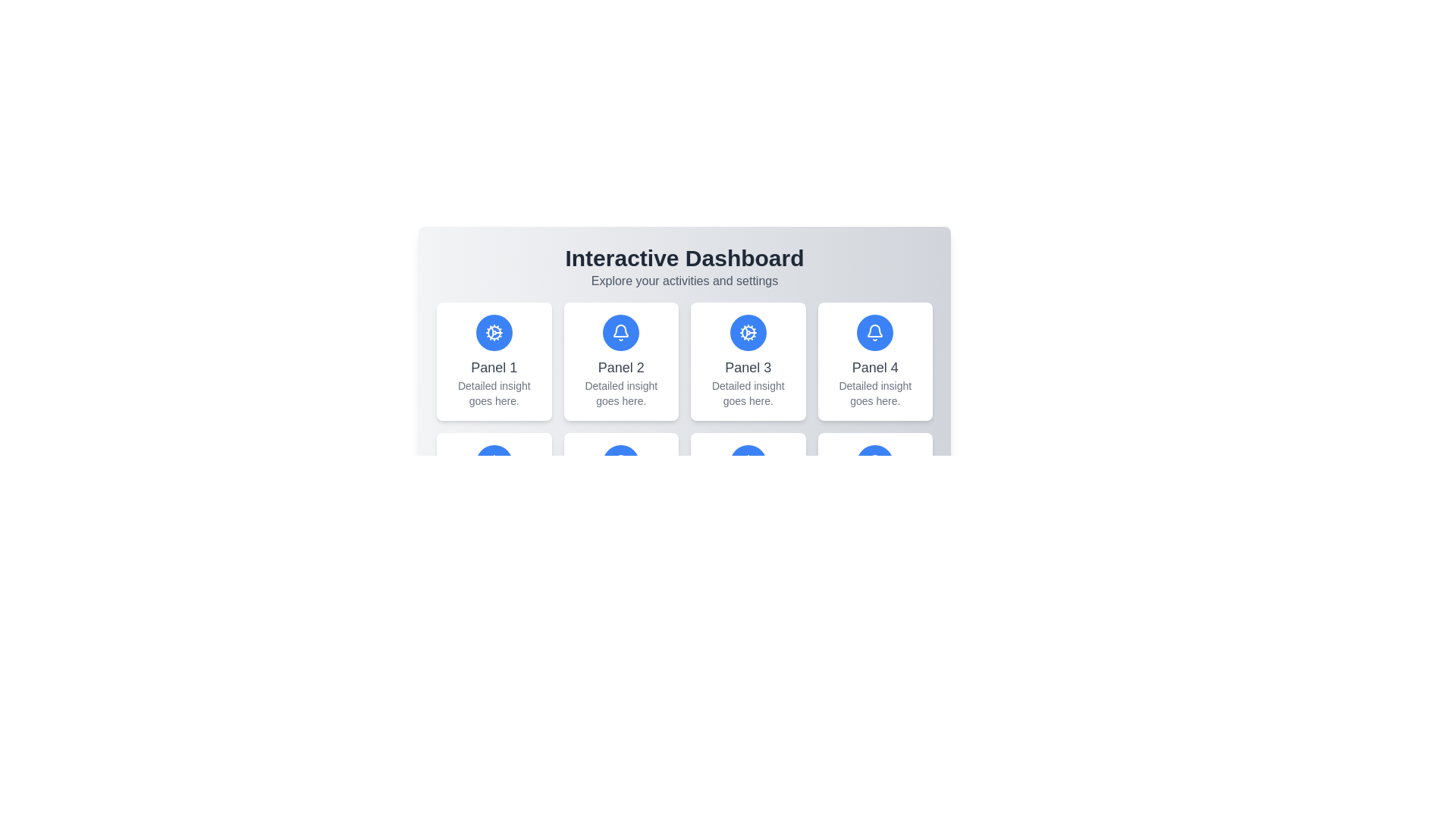 This screenshot has width=1456, height=819. What do you see at coordinates (875, 368) in the screenshot?
I see `the text label displaying 'Panel 4', which is styled with medium font weight and is gray in color, located below the blue circular icon with a white bell symbol` at bounding box center [875, 368].